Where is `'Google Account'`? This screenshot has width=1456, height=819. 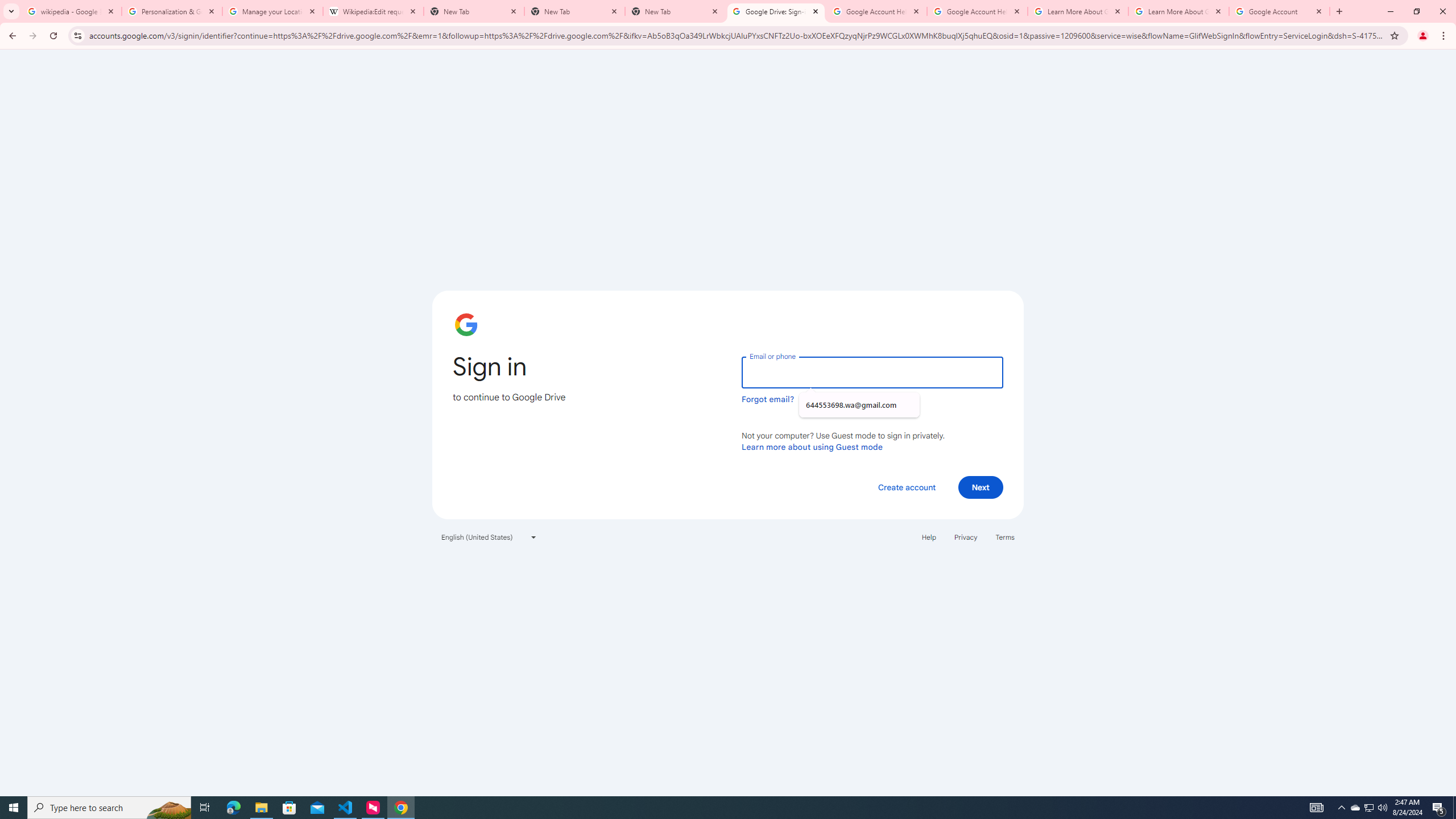 'Google Account' is located at coordinates (1280, 11).